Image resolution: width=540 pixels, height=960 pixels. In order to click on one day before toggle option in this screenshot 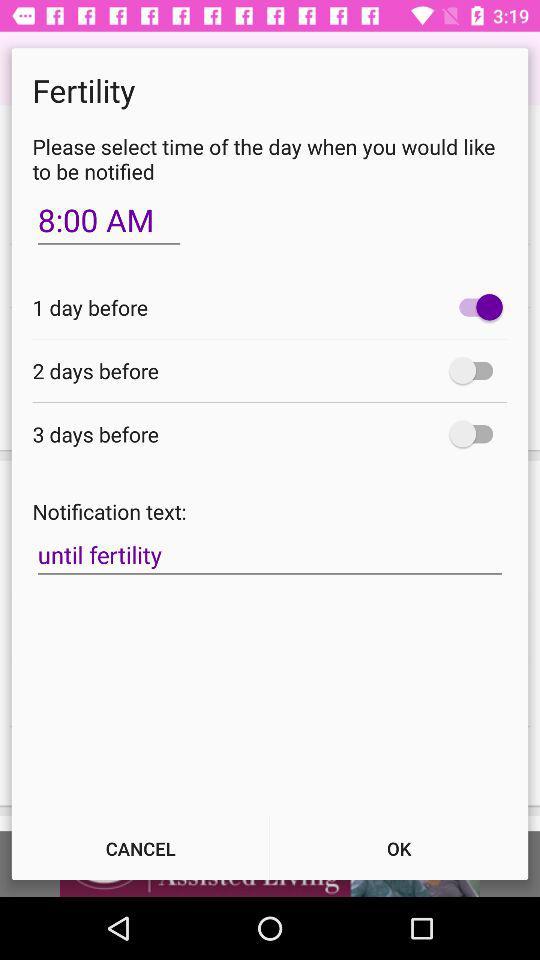, I will do `click(475, 307)`.